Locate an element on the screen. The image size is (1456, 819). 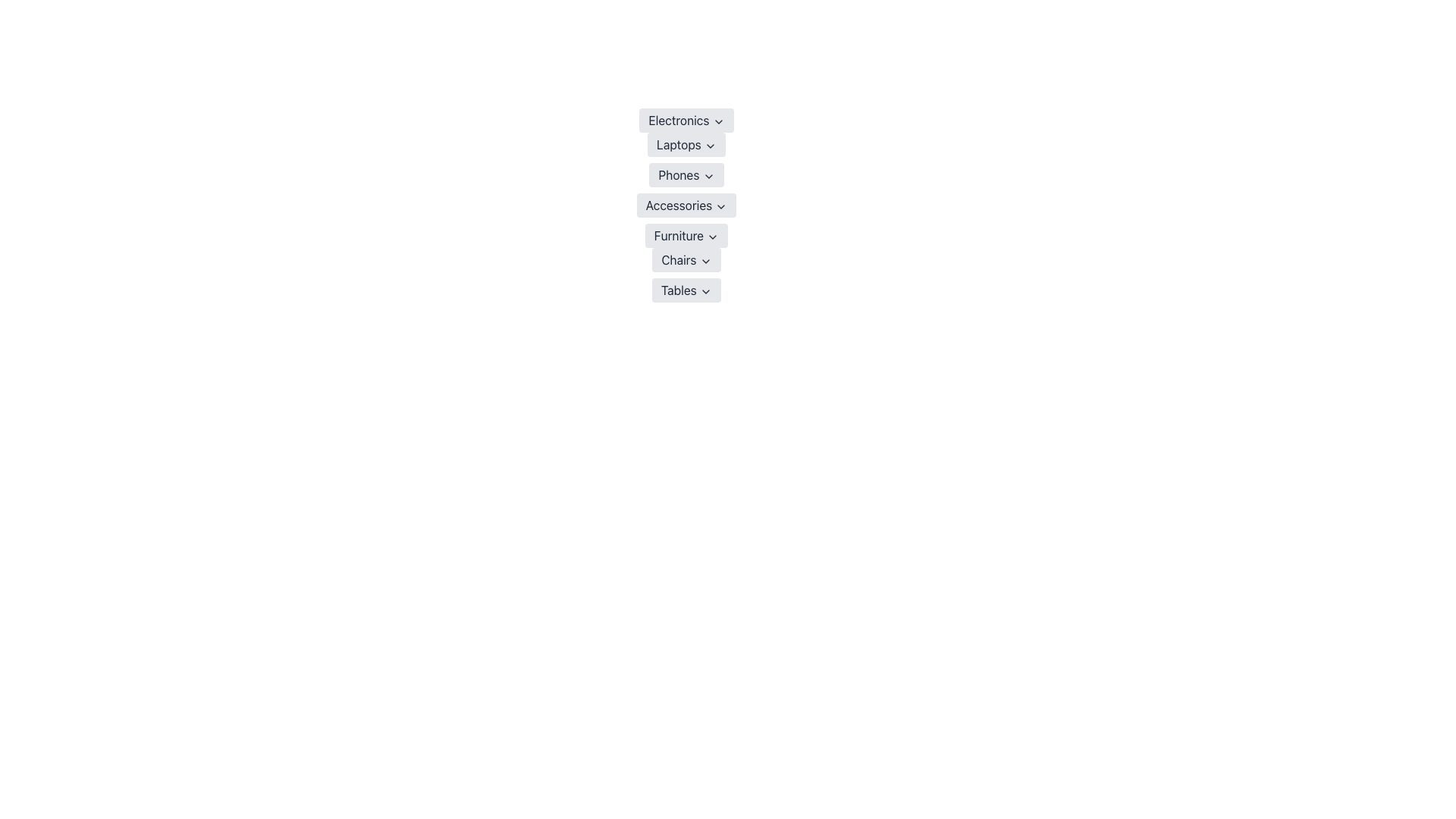
the chevron-down icon located at the right edge of the 'Furniture' button is located at coordinates (712, 237).